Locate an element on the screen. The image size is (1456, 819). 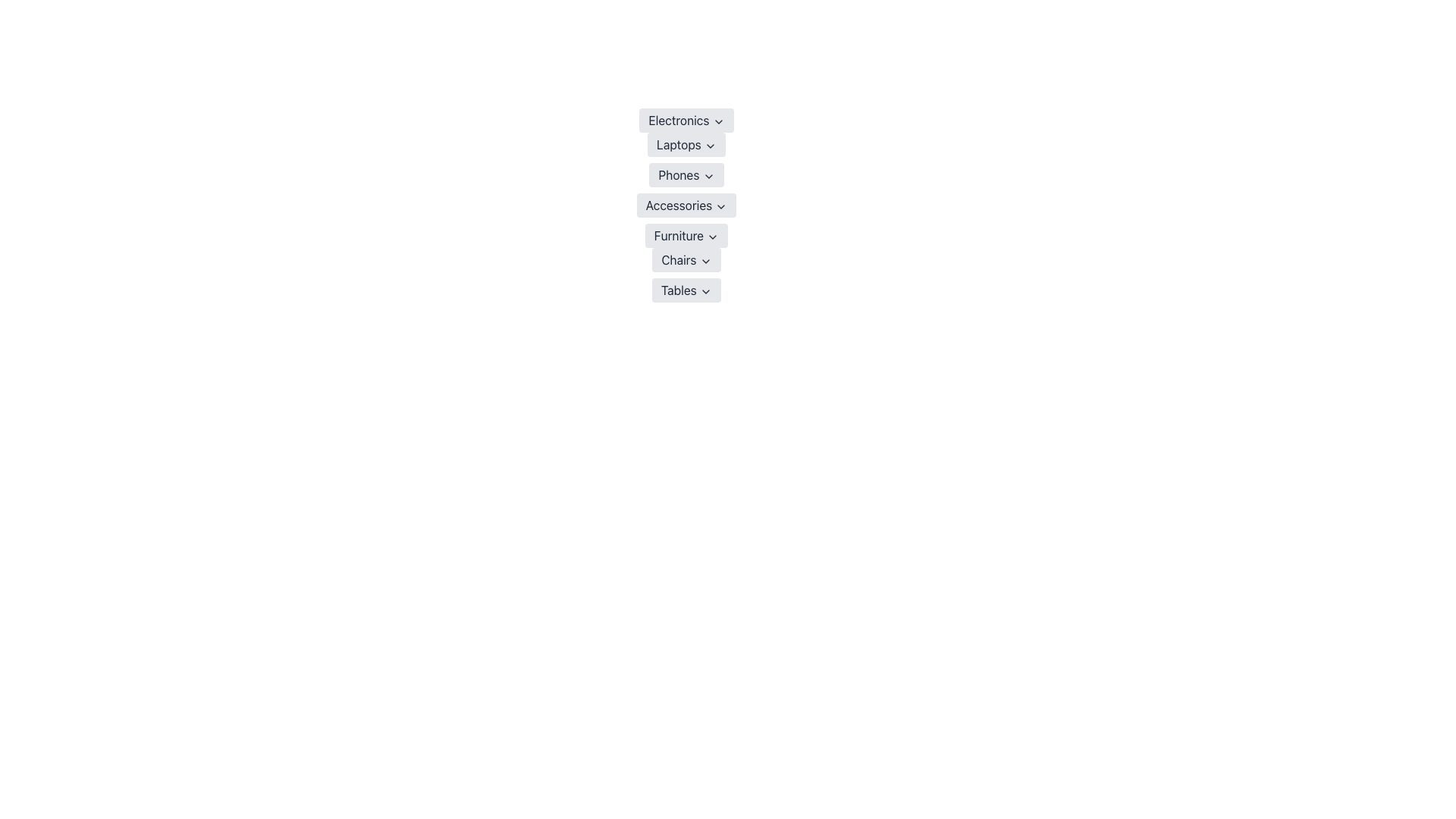
the chevron-down icon located at the right edge of the 'Furniture' button is located at coordinates (712, 237).